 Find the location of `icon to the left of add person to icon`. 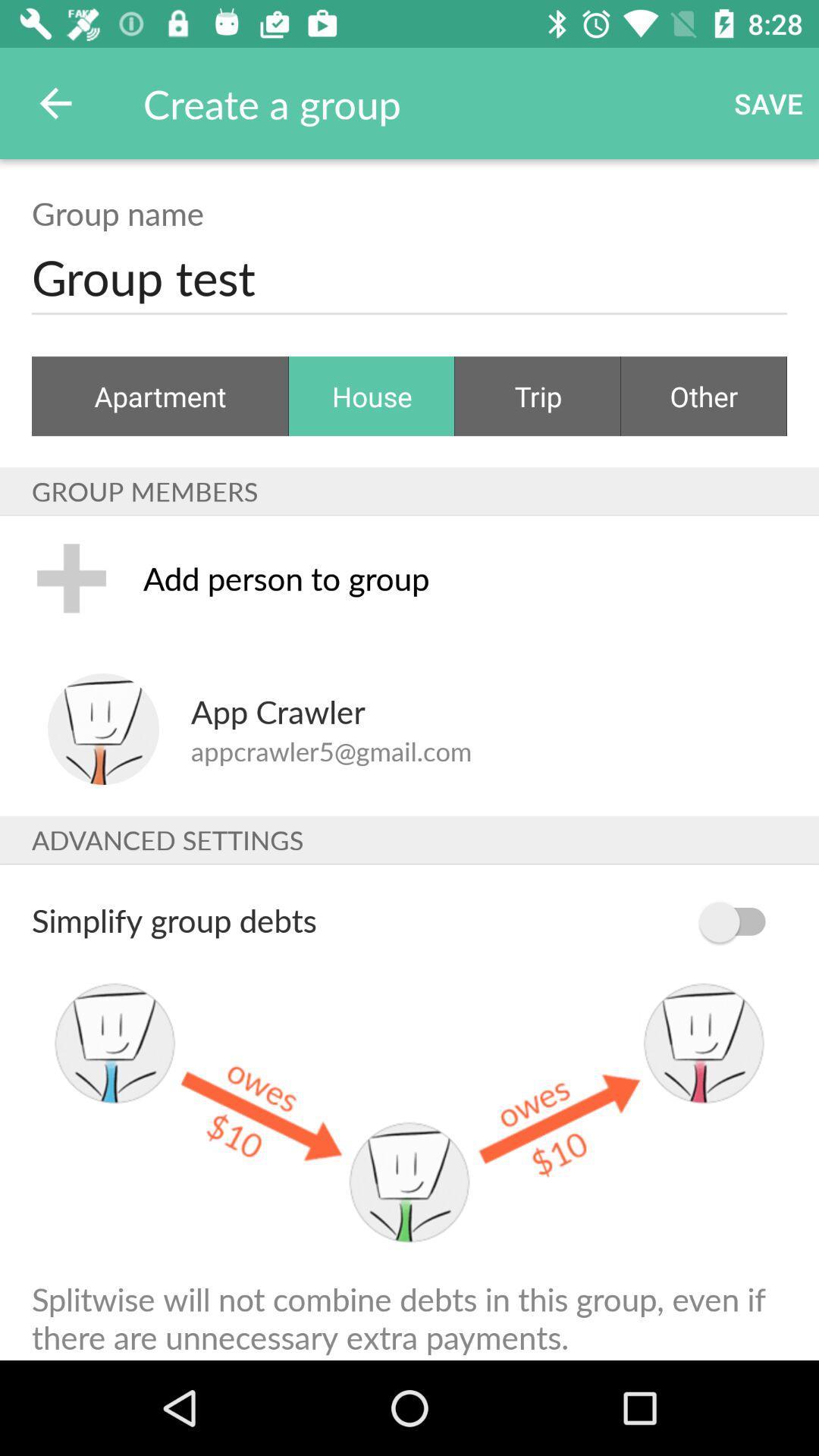

icon to the left of add person to icon is located at coordinates (71, 577).